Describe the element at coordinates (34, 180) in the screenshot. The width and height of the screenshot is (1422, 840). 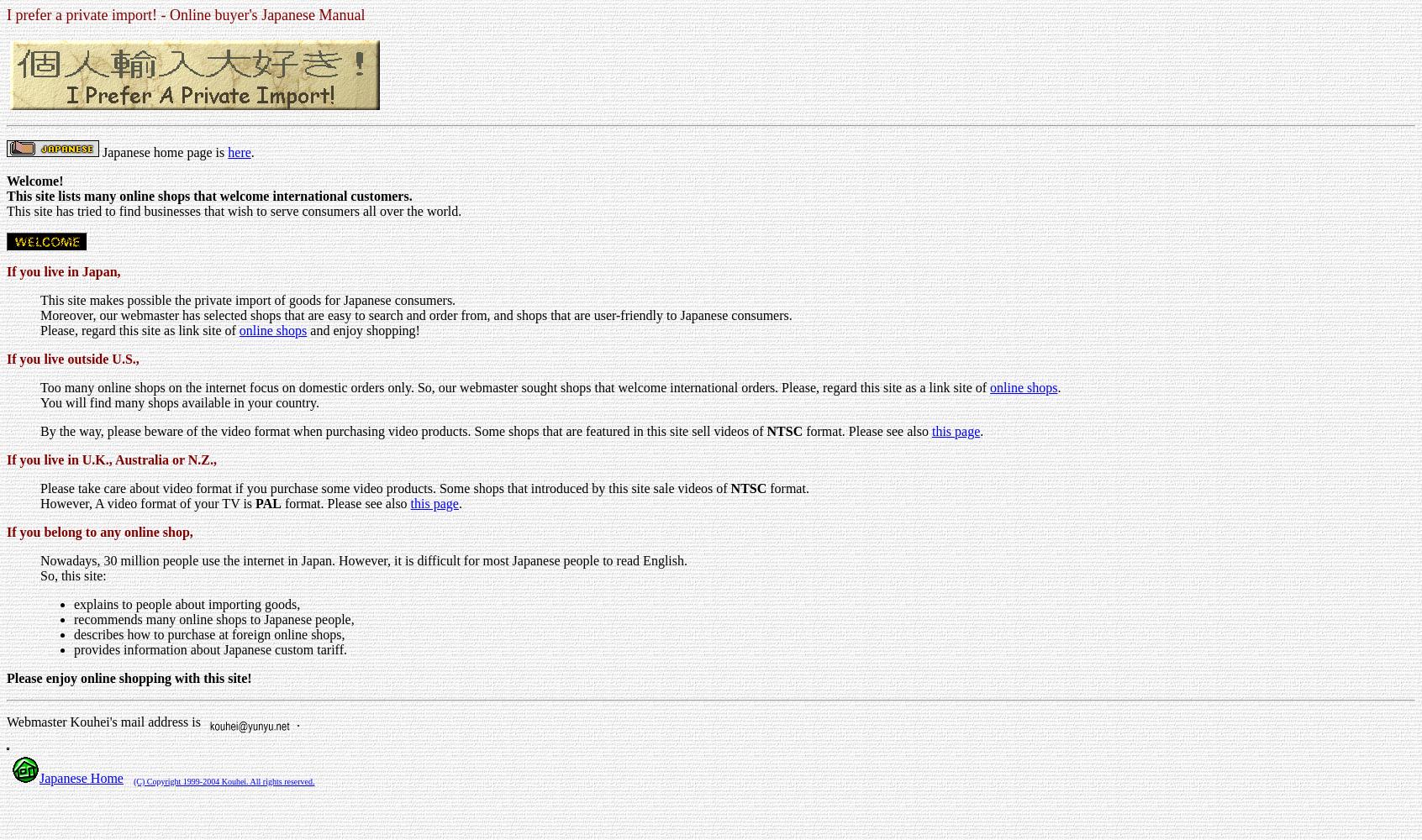
I see `'Welcome!'` at that location.